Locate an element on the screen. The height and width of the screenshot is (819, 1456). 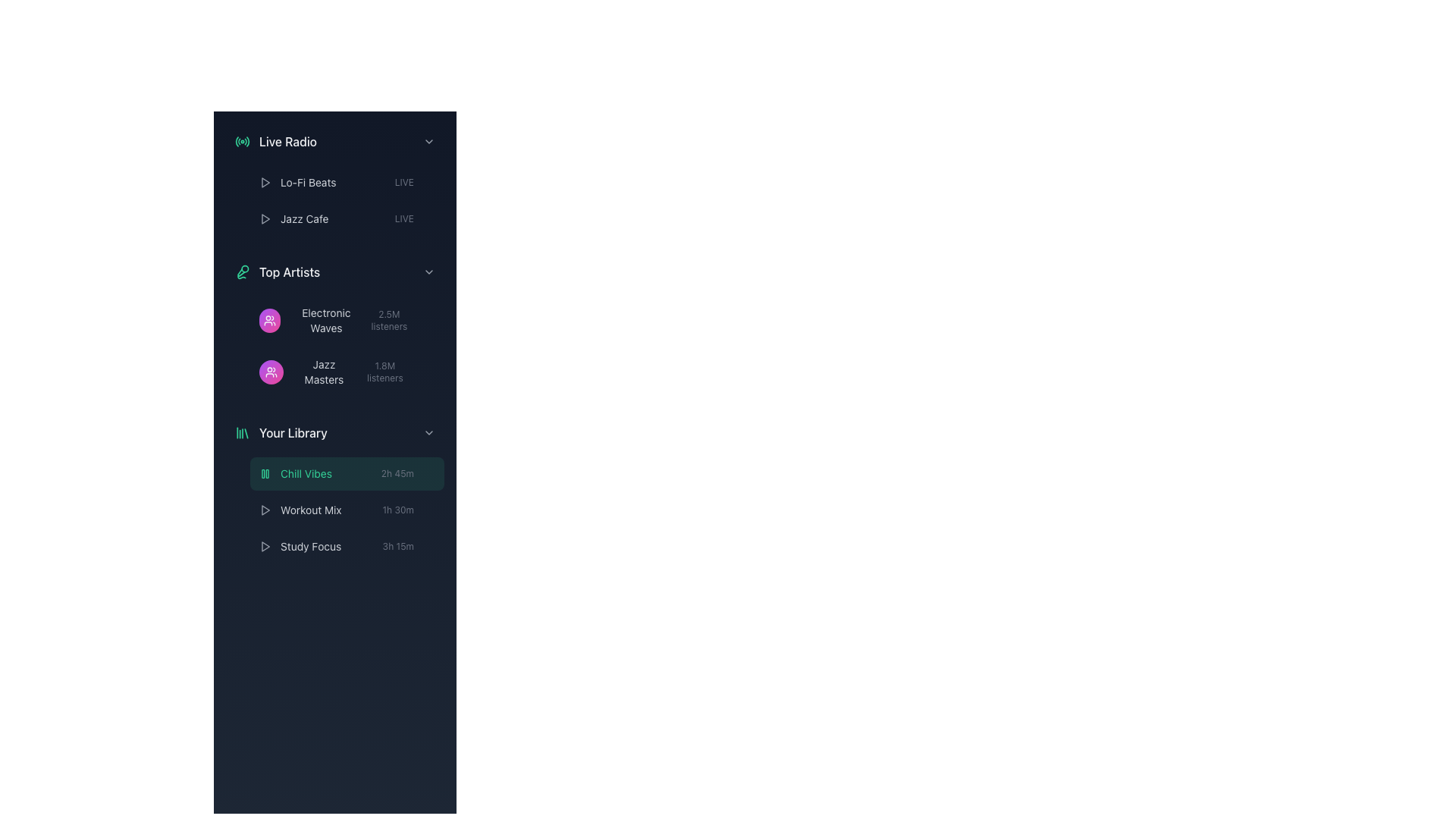
the 'Live Radio' static text label, which indicates the section for live broadcasting features located in the top-left portion of the interface is located at coordinates (287, 141).